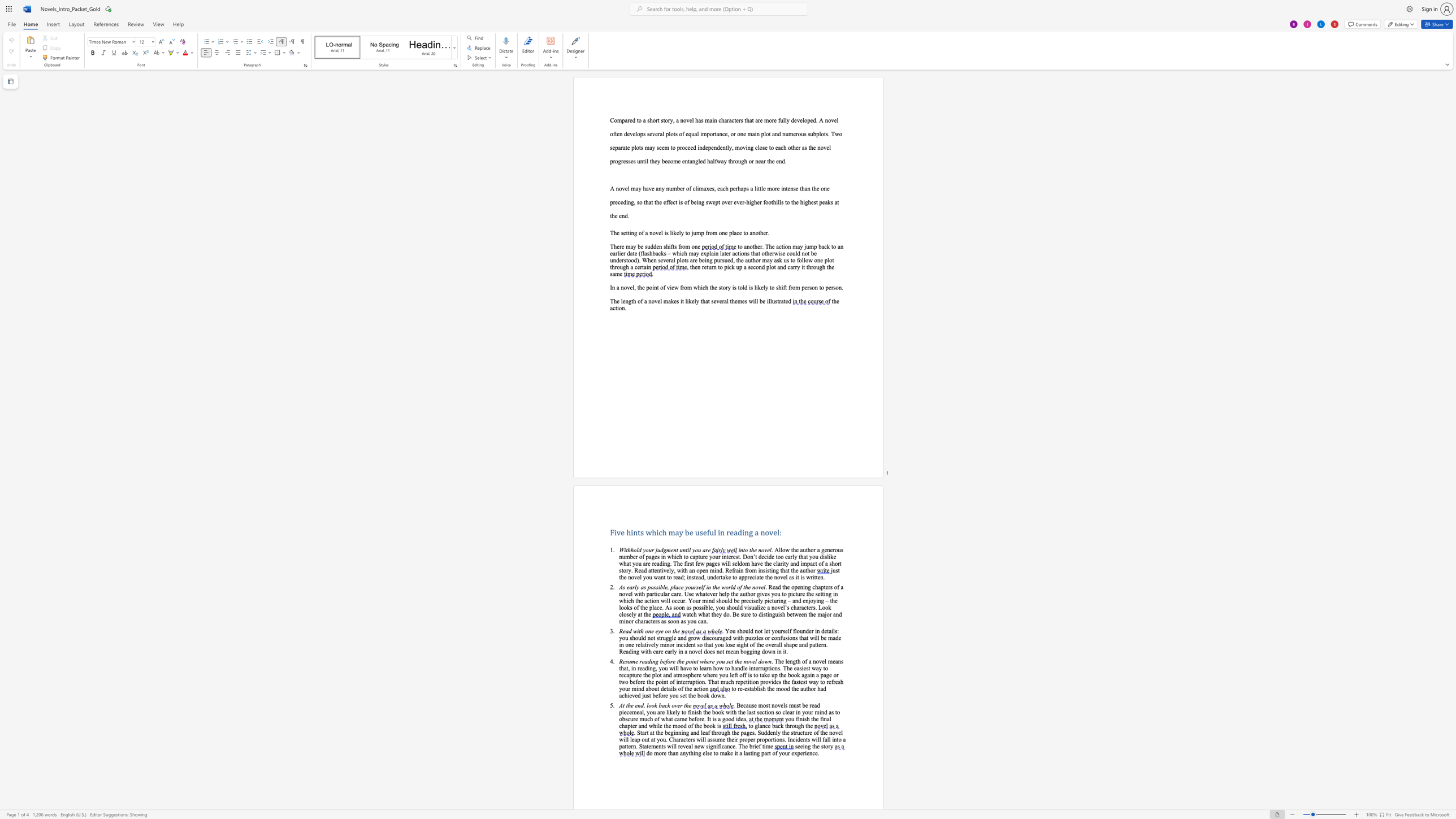 Image resolution: width=1456 pixels, height=819 pixels. Describe the element at coordinates (814, 549) in the screenshot. I see `the 1th character "r" in the text` at that location.